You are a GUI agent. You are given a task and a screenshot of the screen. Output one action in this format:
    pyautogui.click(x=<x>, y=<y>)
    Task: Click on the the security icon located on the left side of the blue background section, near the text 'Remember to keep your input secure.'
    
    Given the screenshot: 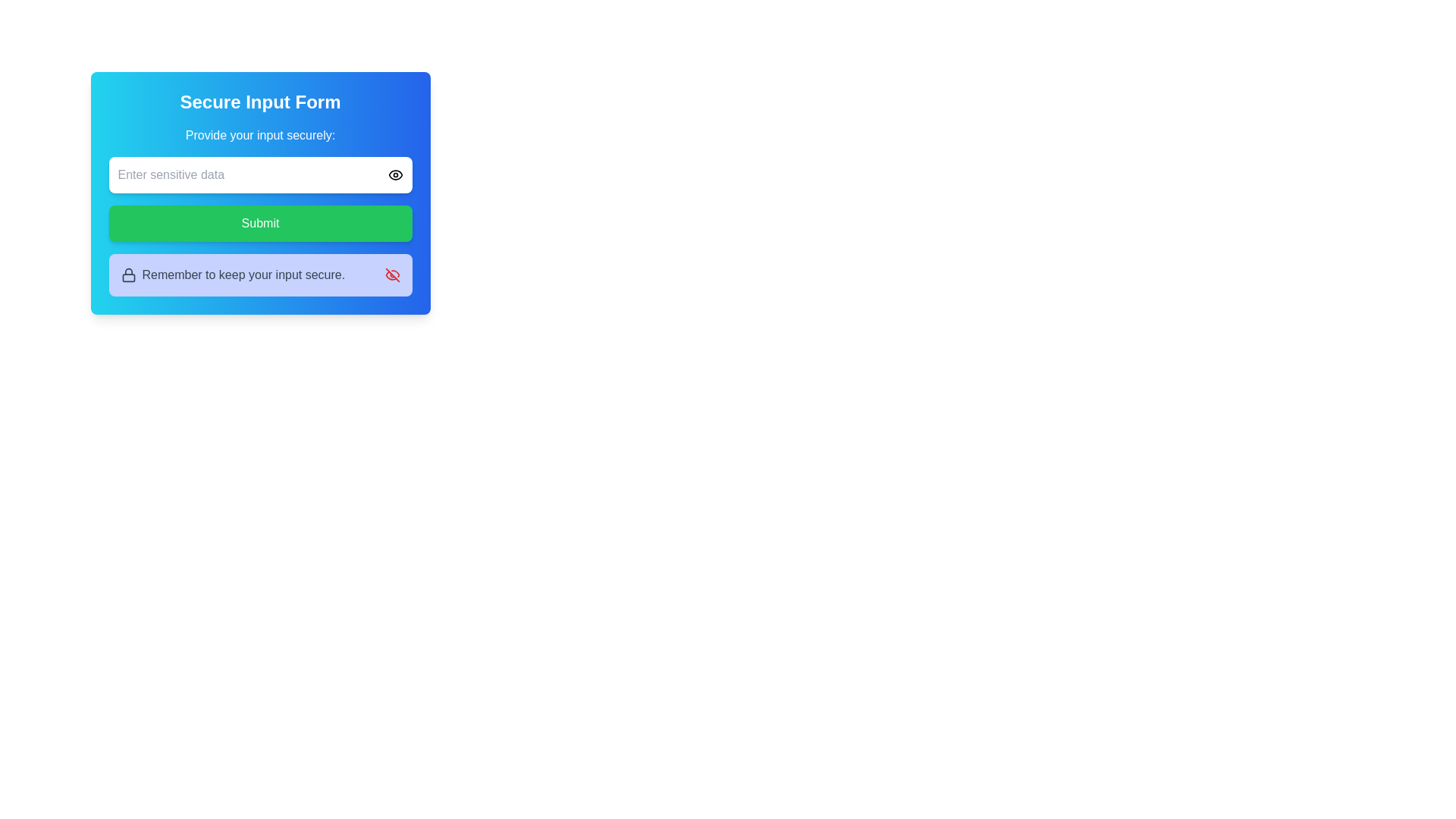 What is the action you would take?
    pyautogui.click(x=128, y=275)
    